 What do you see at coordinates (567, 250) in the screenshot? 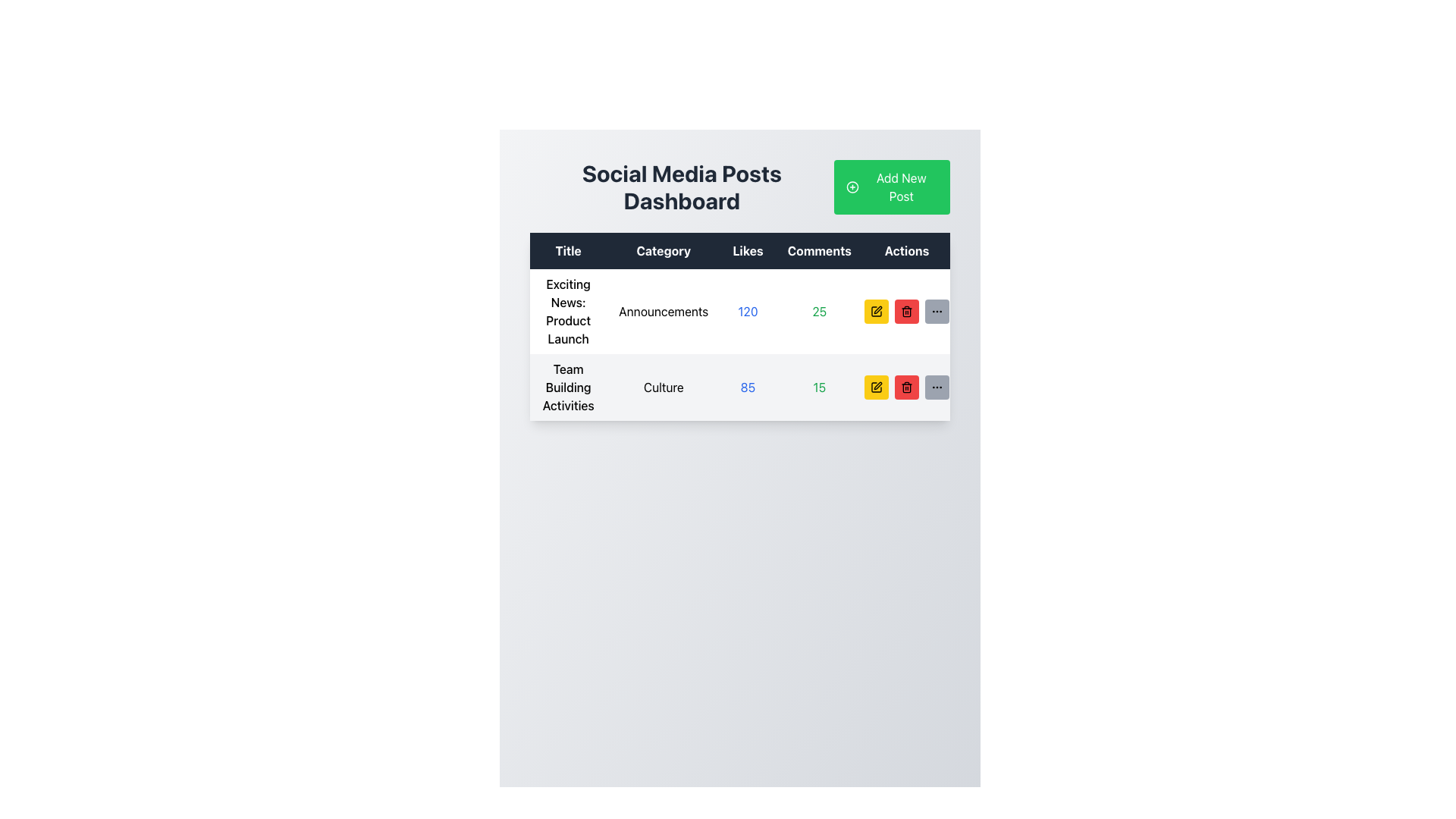
I see `header text label located at the leftmost side of the header row, which indicates the content type for the column below it in a table structure` at bounding box center [567, 250].